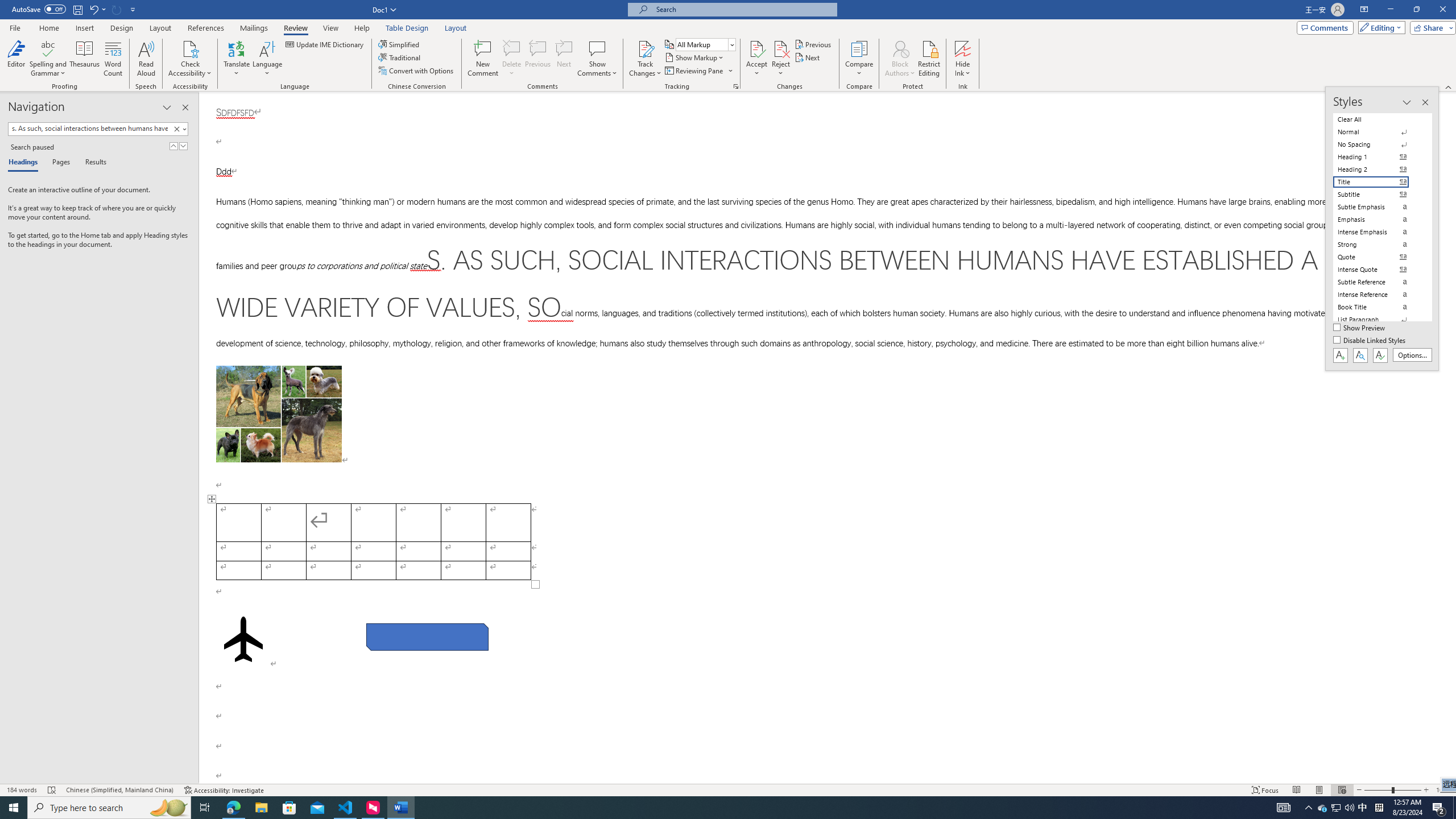 Image resolution: width=1456 pixels, height=819 pixels. What do you see at coordinates (267, 59) in the screenshot?
I see `'Language'` at bounding box center [267, 59].